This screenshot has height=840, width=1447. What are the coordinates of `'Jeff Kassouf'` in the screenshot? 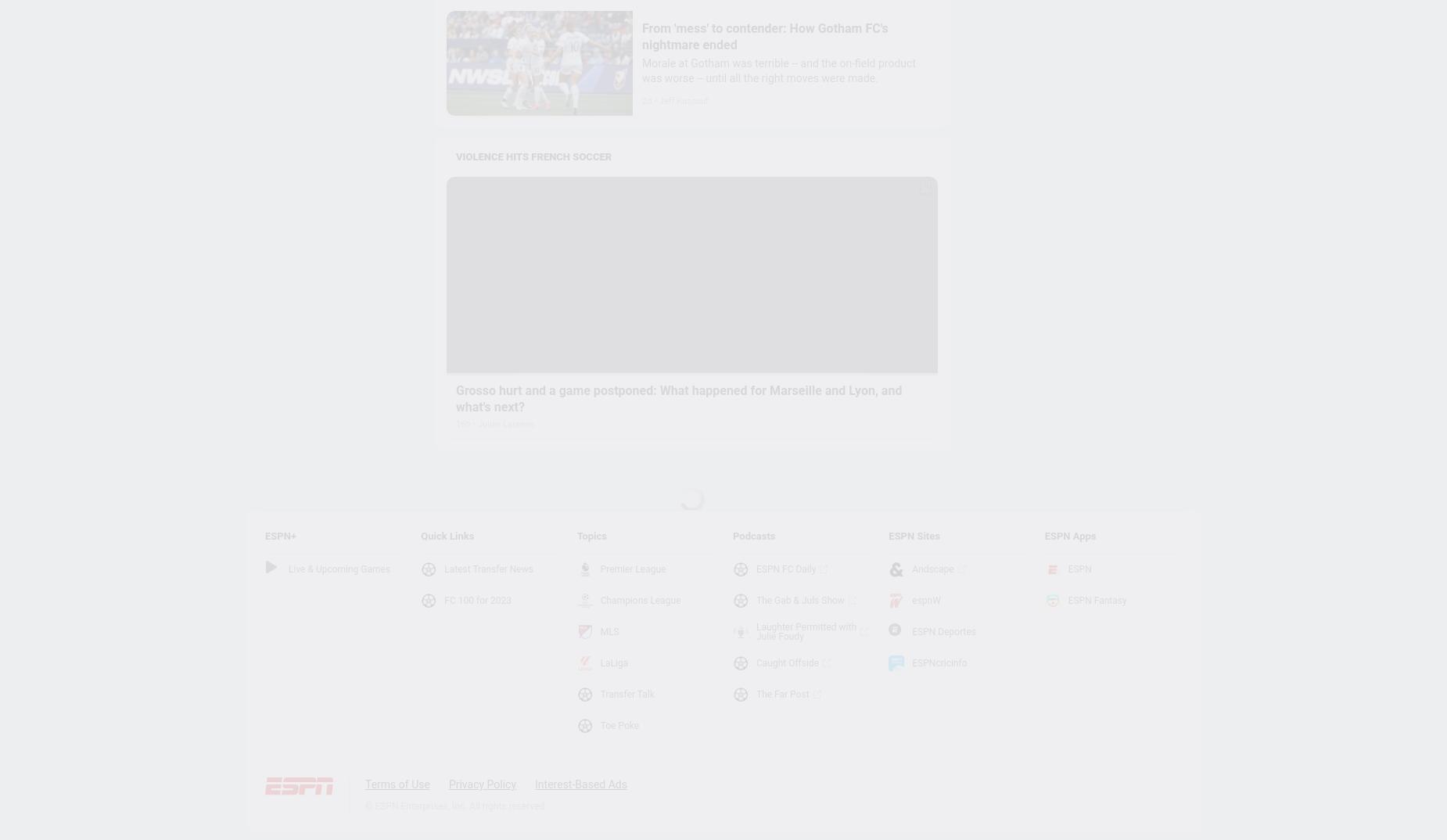 It's located at (659, 100).